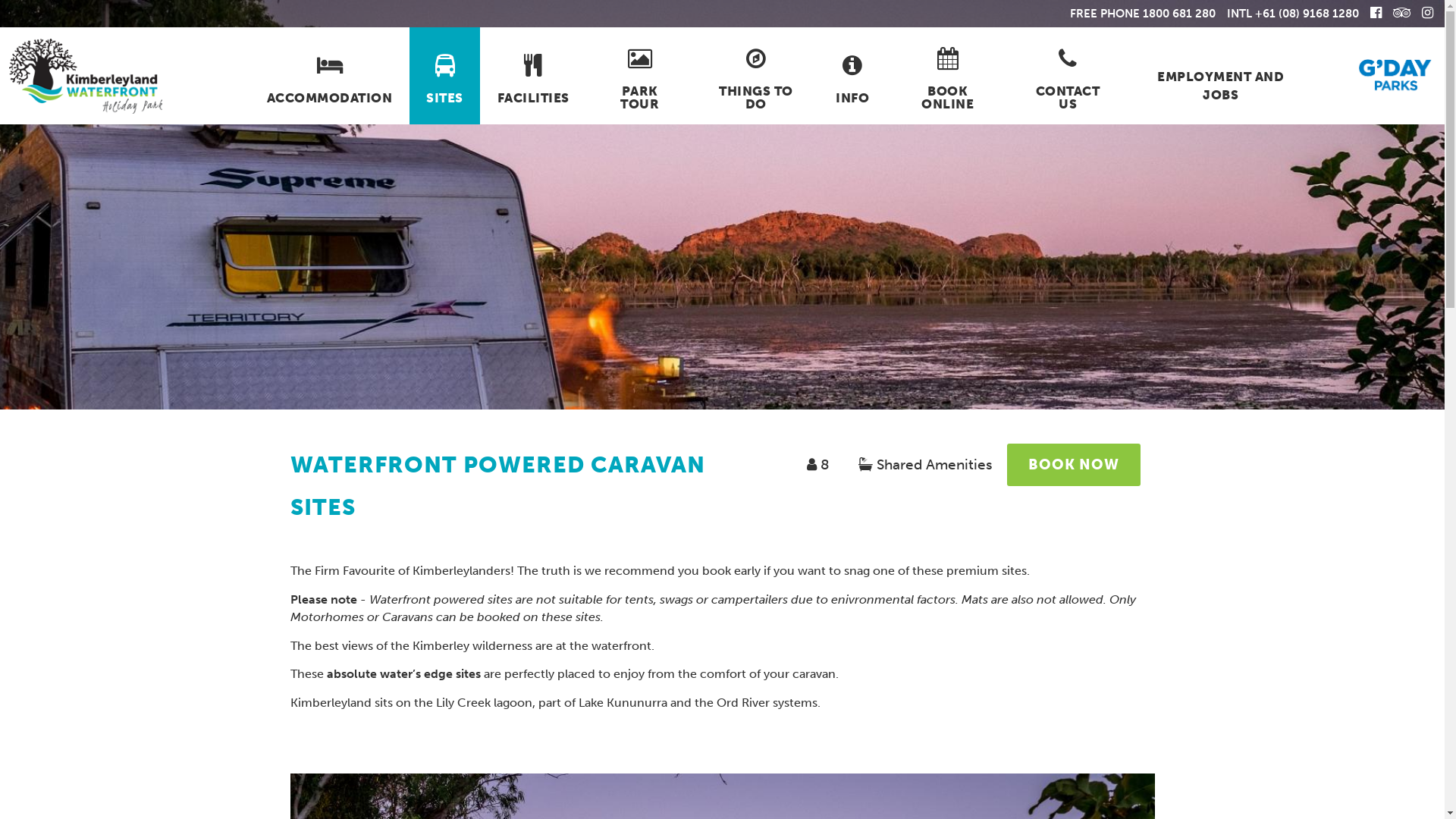  I want to click on 'PARK TOUR', so click(639, 76).